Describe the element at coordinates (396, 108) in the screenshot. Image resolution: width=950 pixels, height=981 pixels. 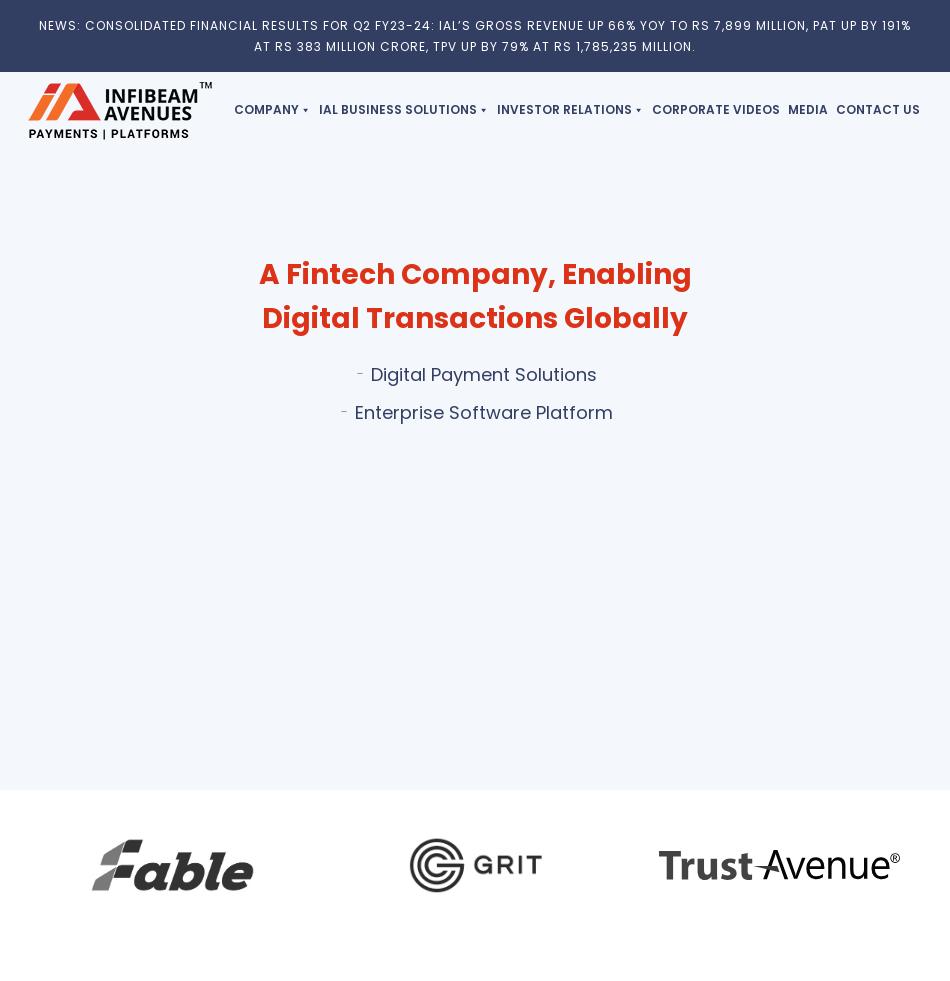
I see `'IAL Business Solutions'` at that location.